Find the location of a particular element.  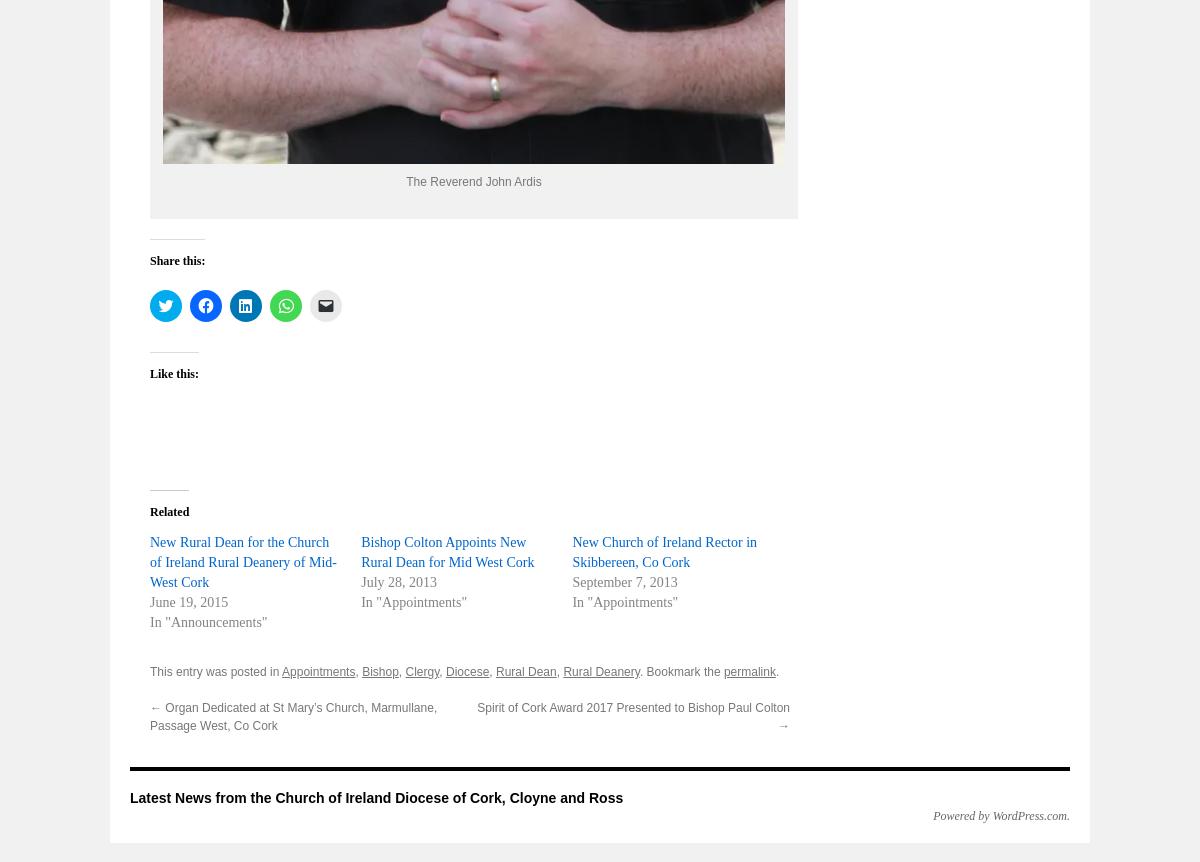

'Latest News from the Church of Ireland Diocese of Cork, Cloyne and Ross' is located at coordinates (376, 797).